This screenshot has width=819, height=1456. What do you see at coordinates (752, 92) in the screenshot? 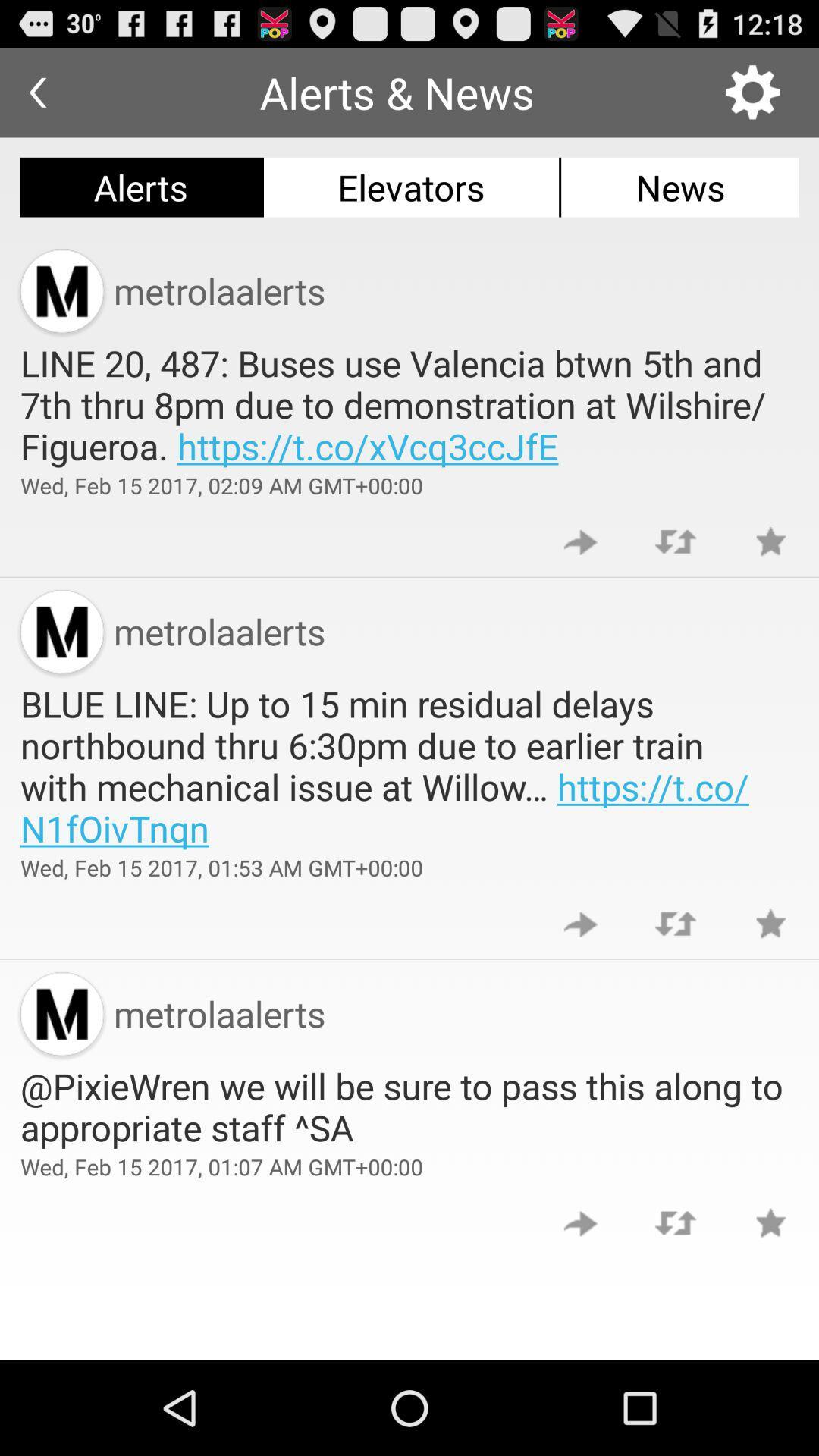
I see `the item to the right of alerts & news item` at bounding box center [752, 92].